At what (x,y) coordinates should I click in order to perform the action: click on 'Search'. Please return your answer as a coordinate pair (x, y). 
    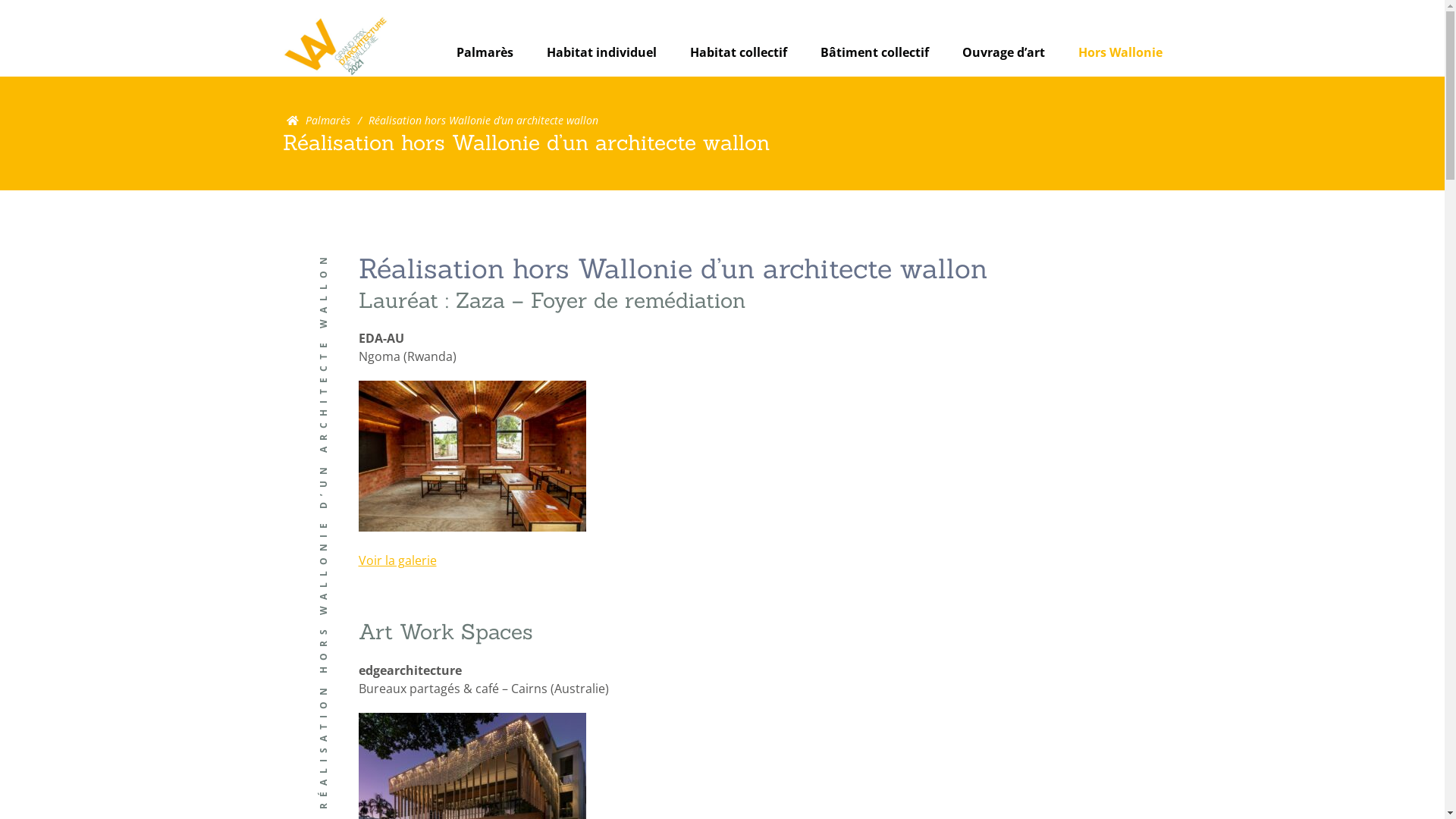
    Looking at the image, I should click on (872, 83).